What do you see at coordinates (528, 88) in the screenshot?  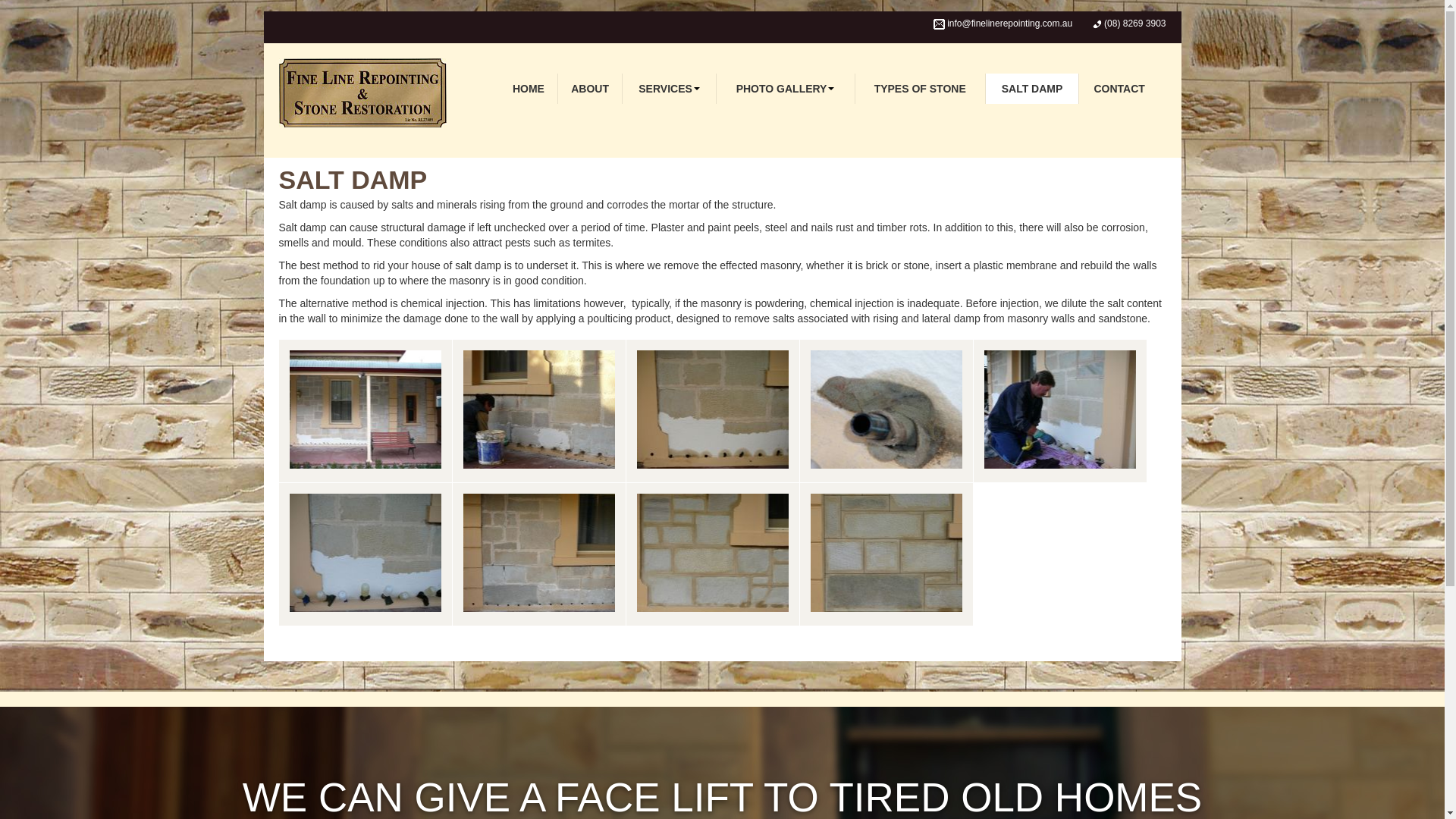 I see `'HOME'` at bounding box center [528, 88].